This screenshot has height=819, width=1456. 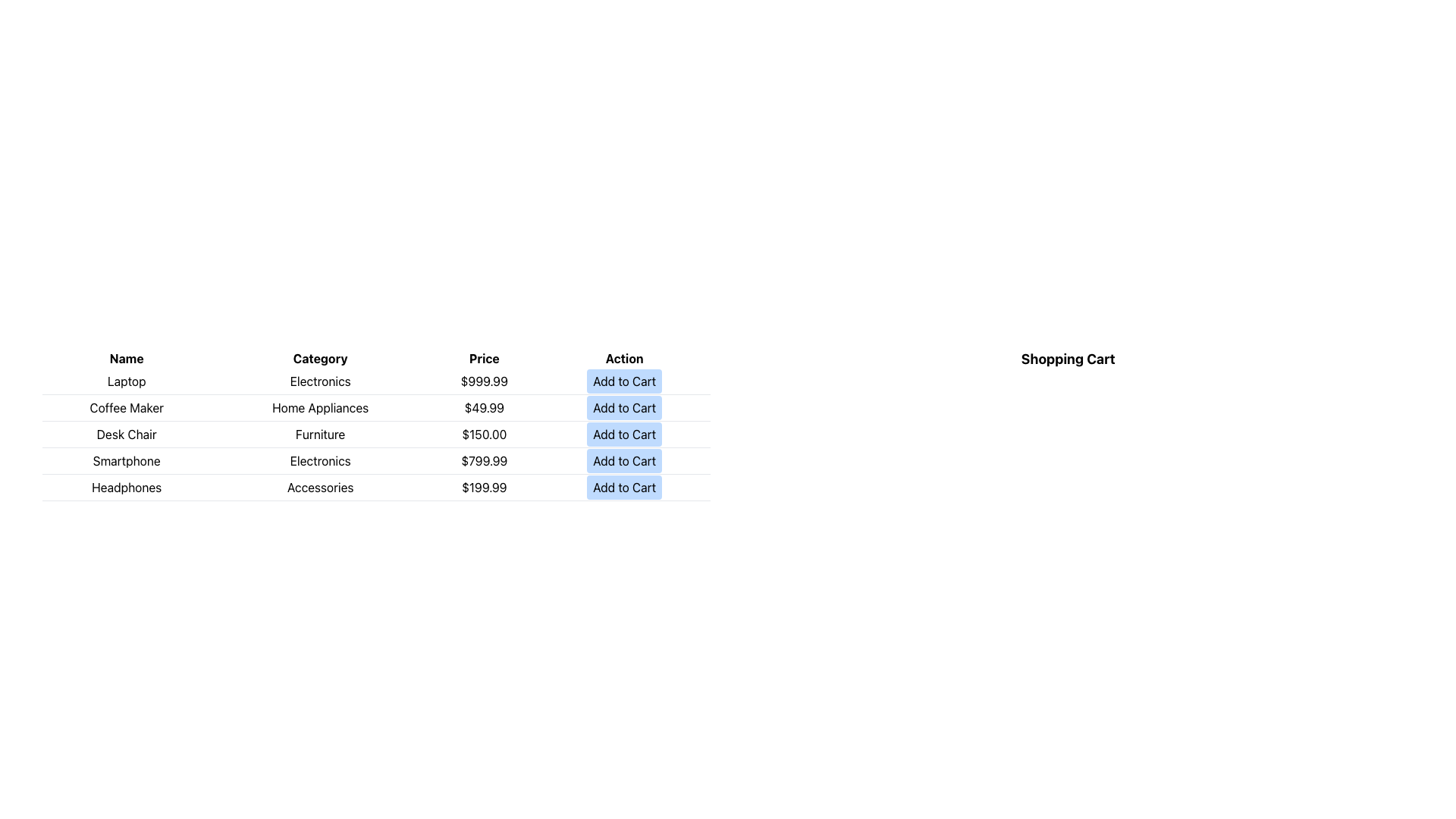 I want to click on the 'Add to Cart' button, which is a light blue rectangular button with rounded corners located in the Action column associated with the row for 'Headphones', so click(x=624, y=488).